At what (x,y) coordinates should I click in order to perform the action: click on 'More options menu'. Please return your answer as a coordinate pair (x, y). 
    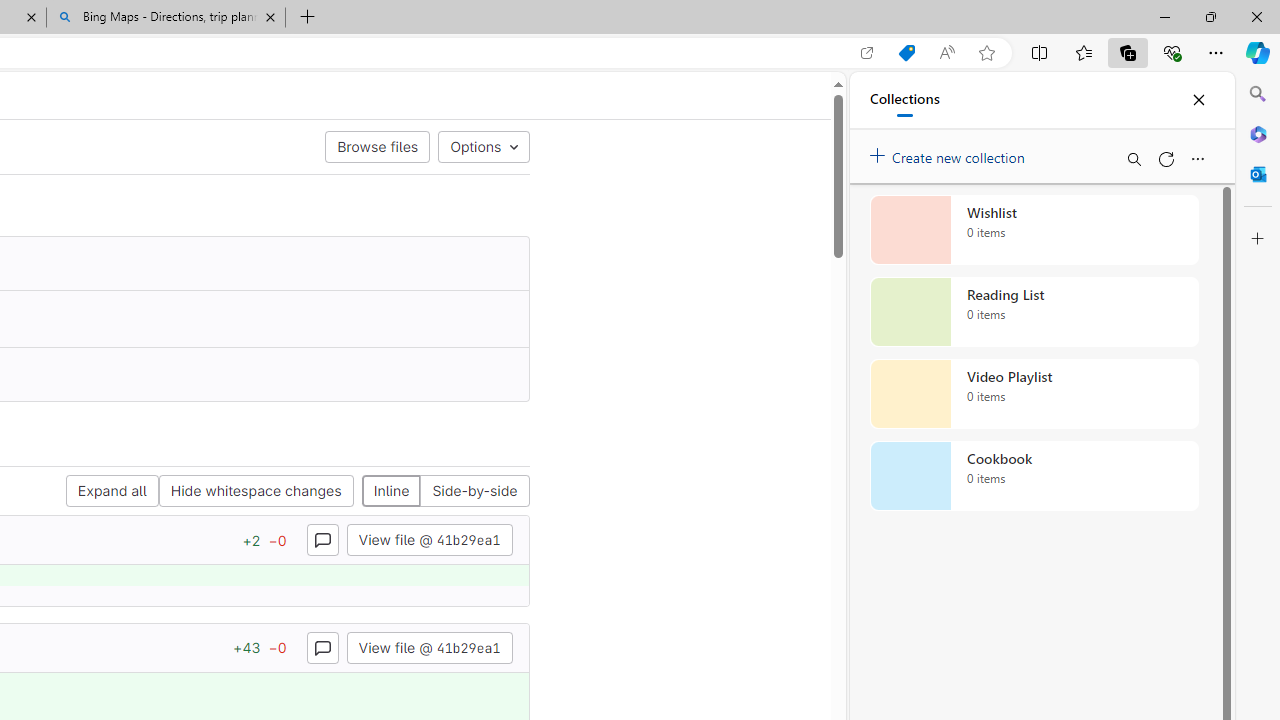
    Looking at the image, I should click on (1197, 158).